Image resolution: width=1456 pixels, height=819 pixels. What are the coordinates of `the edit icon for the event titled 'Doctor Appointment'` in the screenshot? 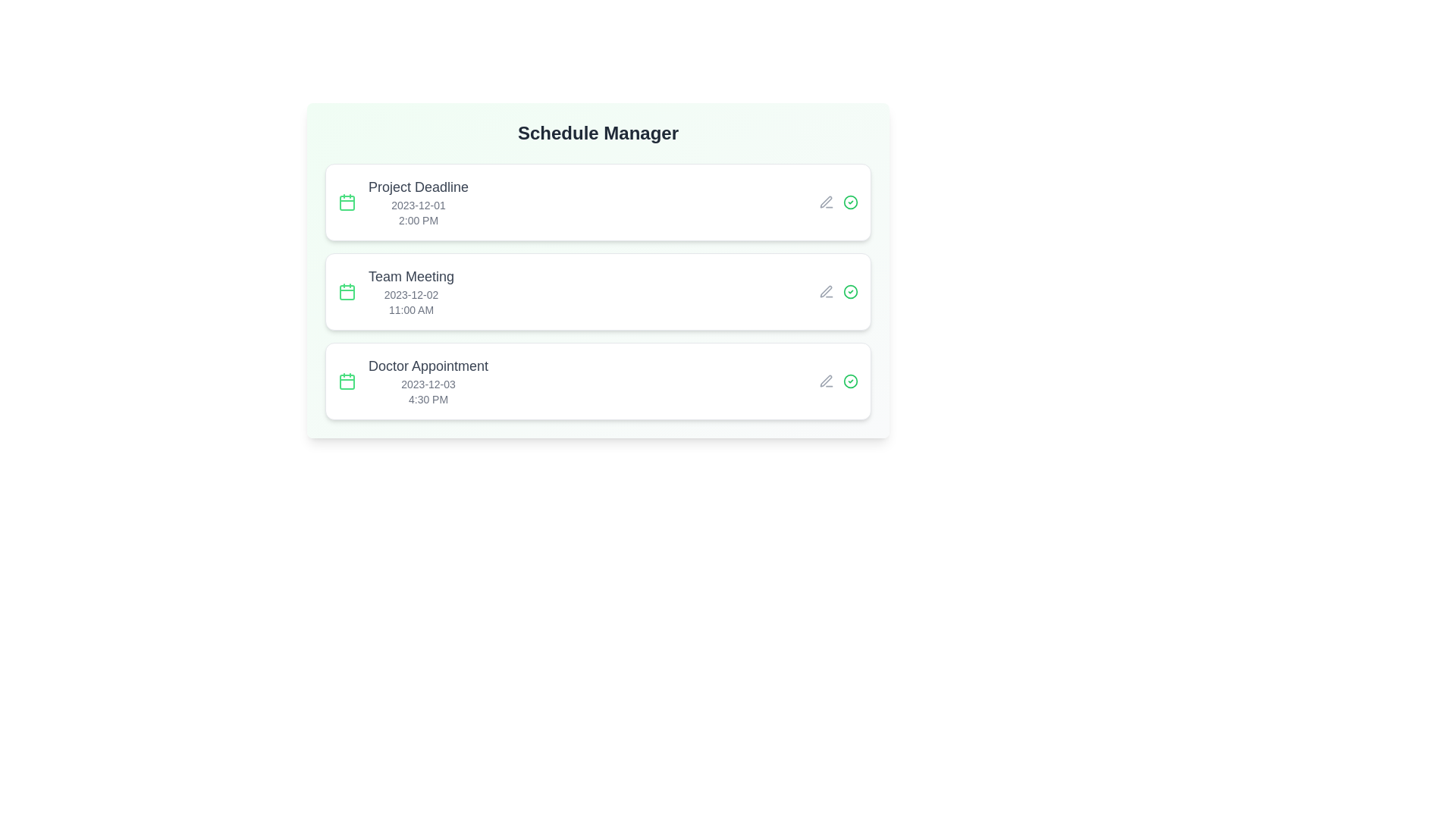 It's located at (825, 380).